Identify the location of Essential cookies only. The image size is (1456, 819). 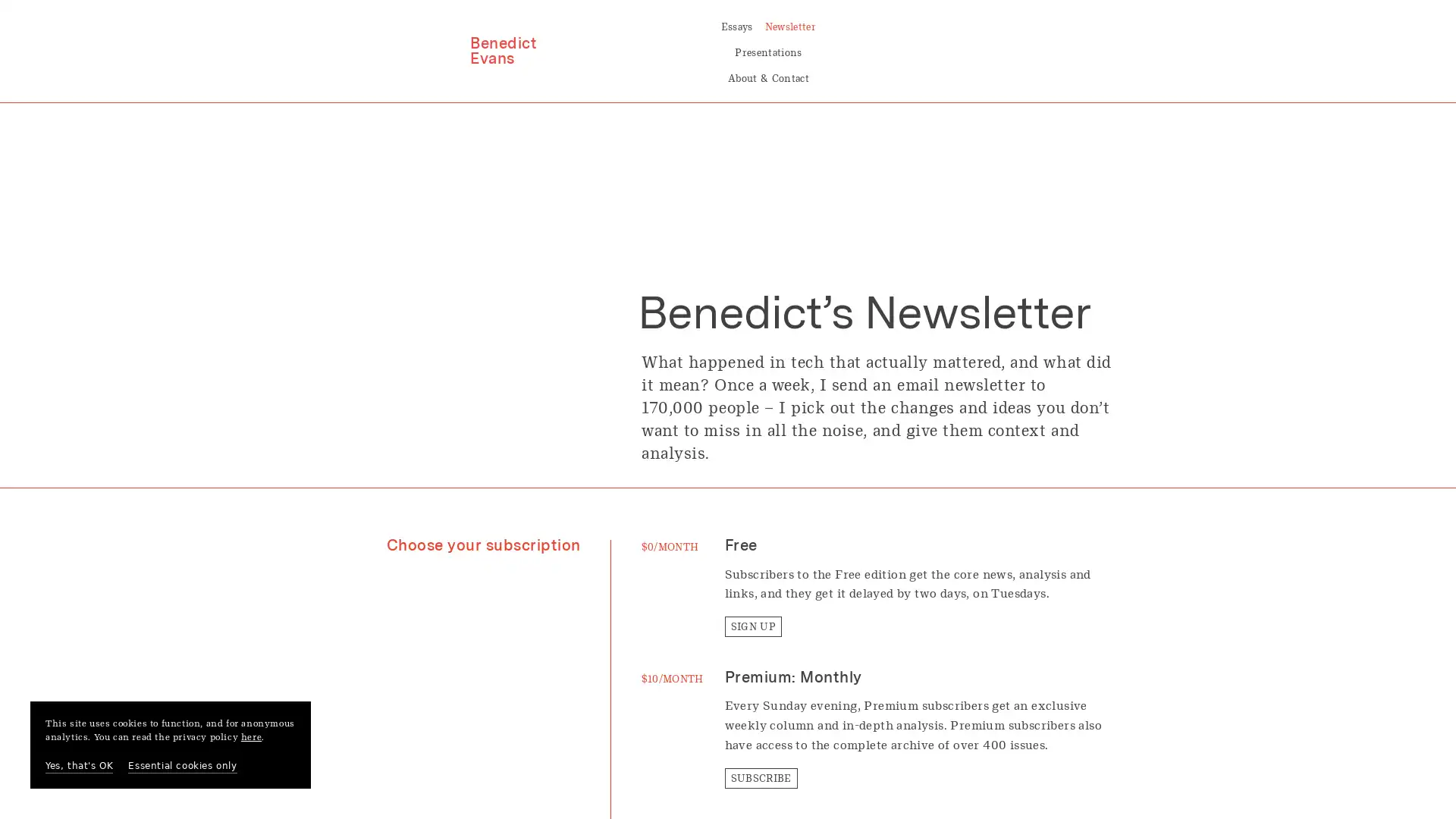
(182, 766).